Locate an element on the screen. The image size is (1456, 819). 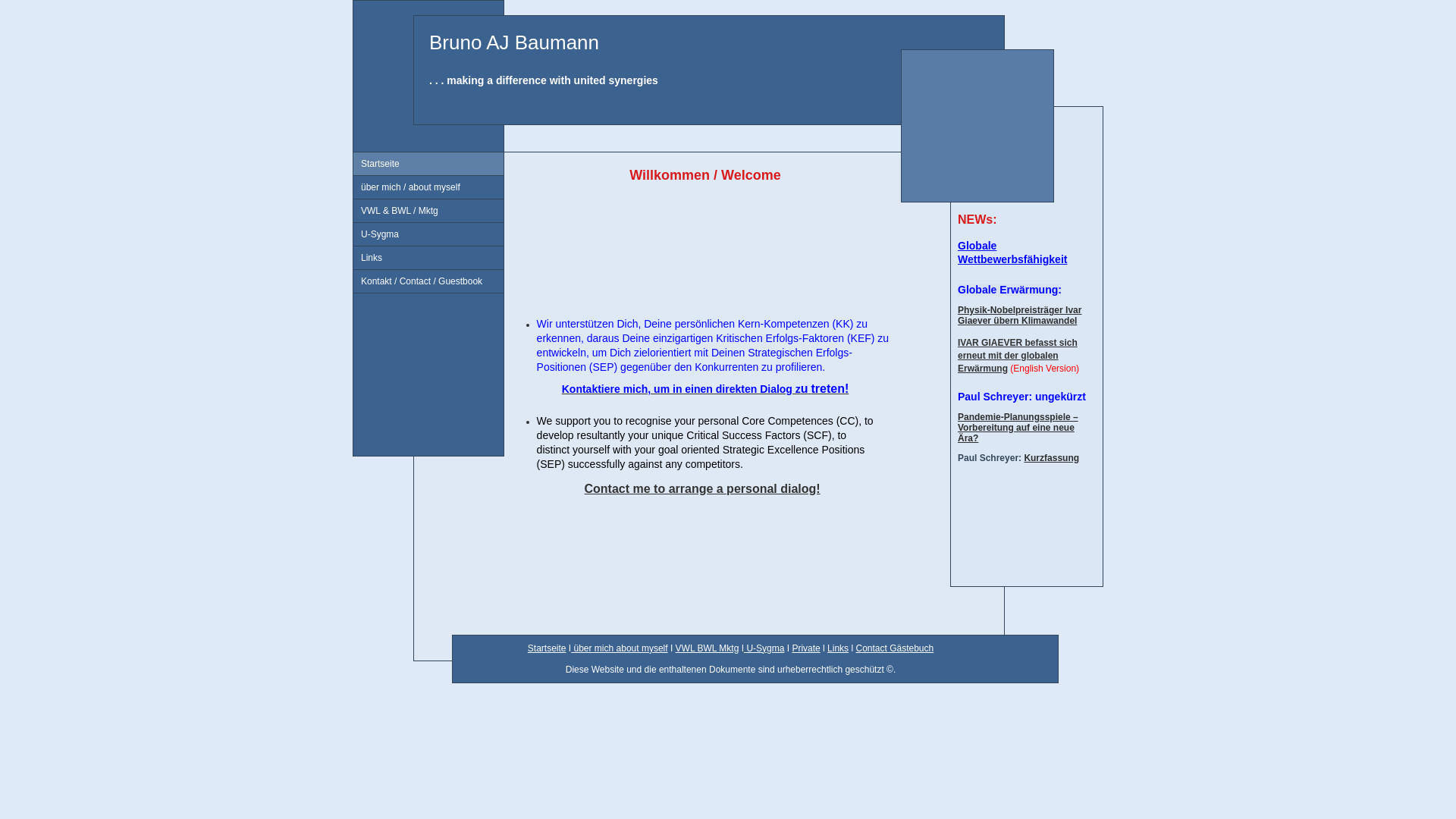
'Startseite' is located at coordinates (428, 164).